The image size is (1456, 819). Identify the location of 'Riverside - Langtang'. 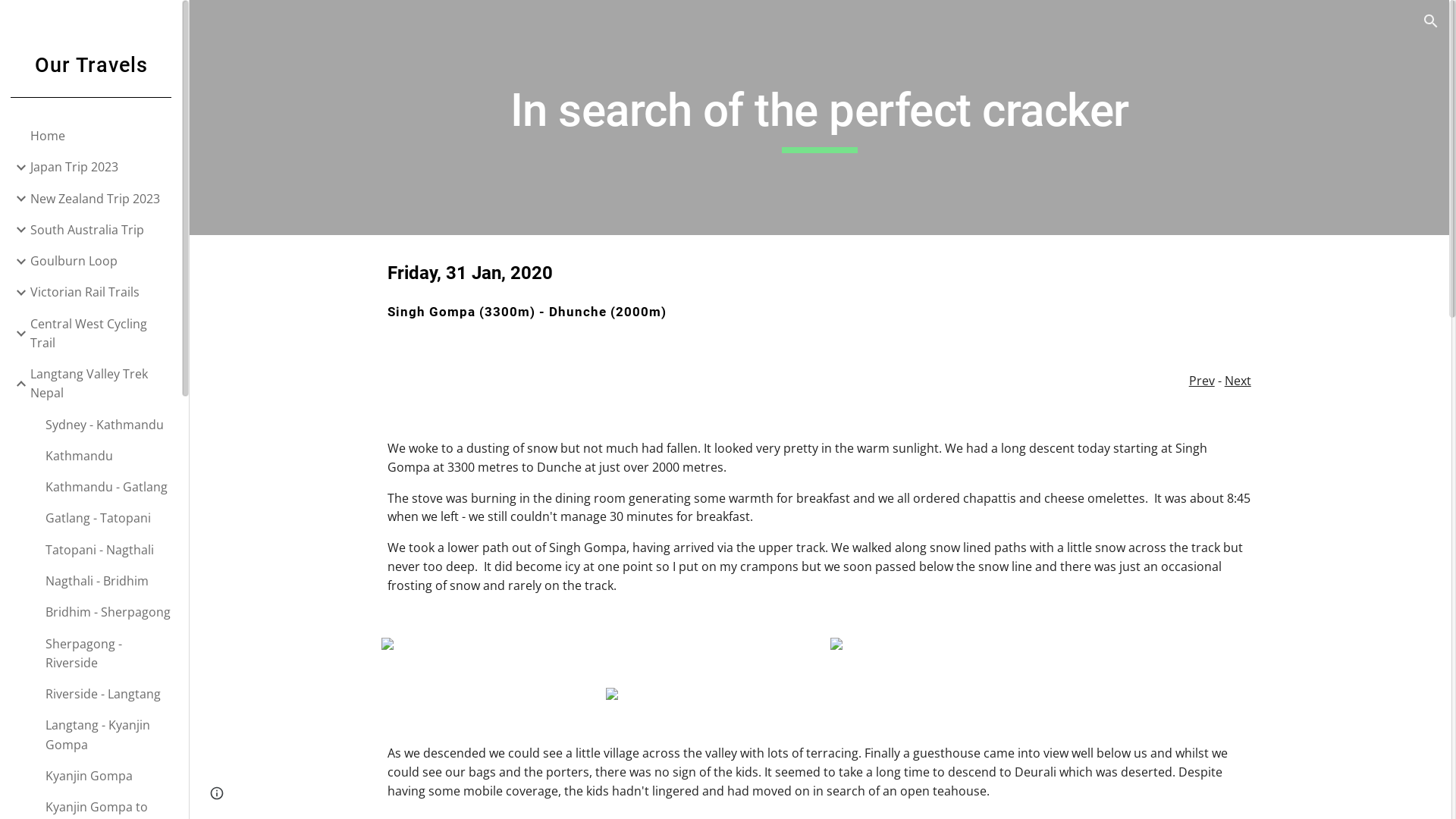
(42, 694).